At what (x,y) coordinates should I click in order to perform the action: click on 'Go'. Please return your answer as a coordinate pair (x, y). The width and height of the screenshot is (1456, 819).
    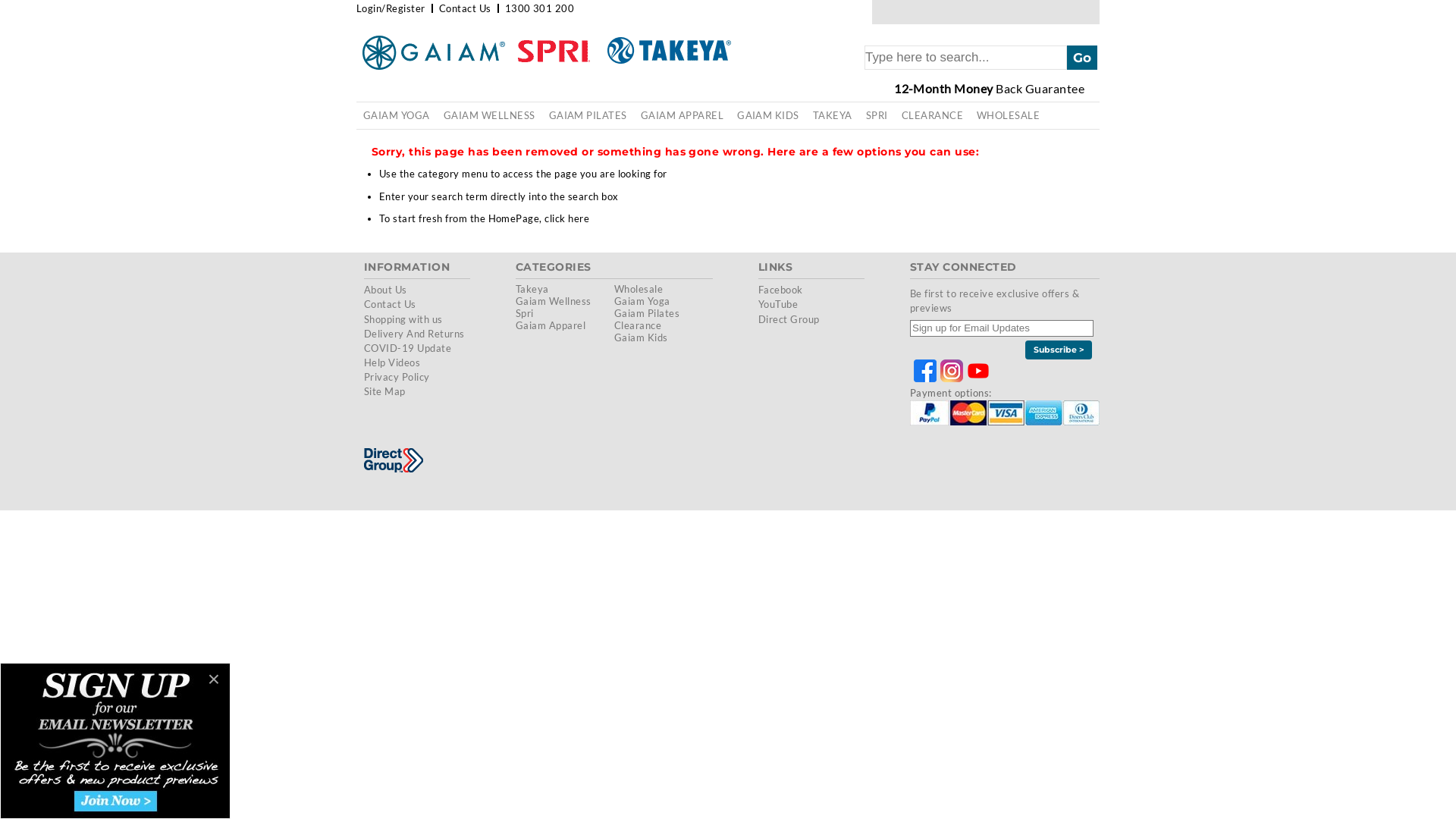
    Looking at the image, I should click on (1081, 57).